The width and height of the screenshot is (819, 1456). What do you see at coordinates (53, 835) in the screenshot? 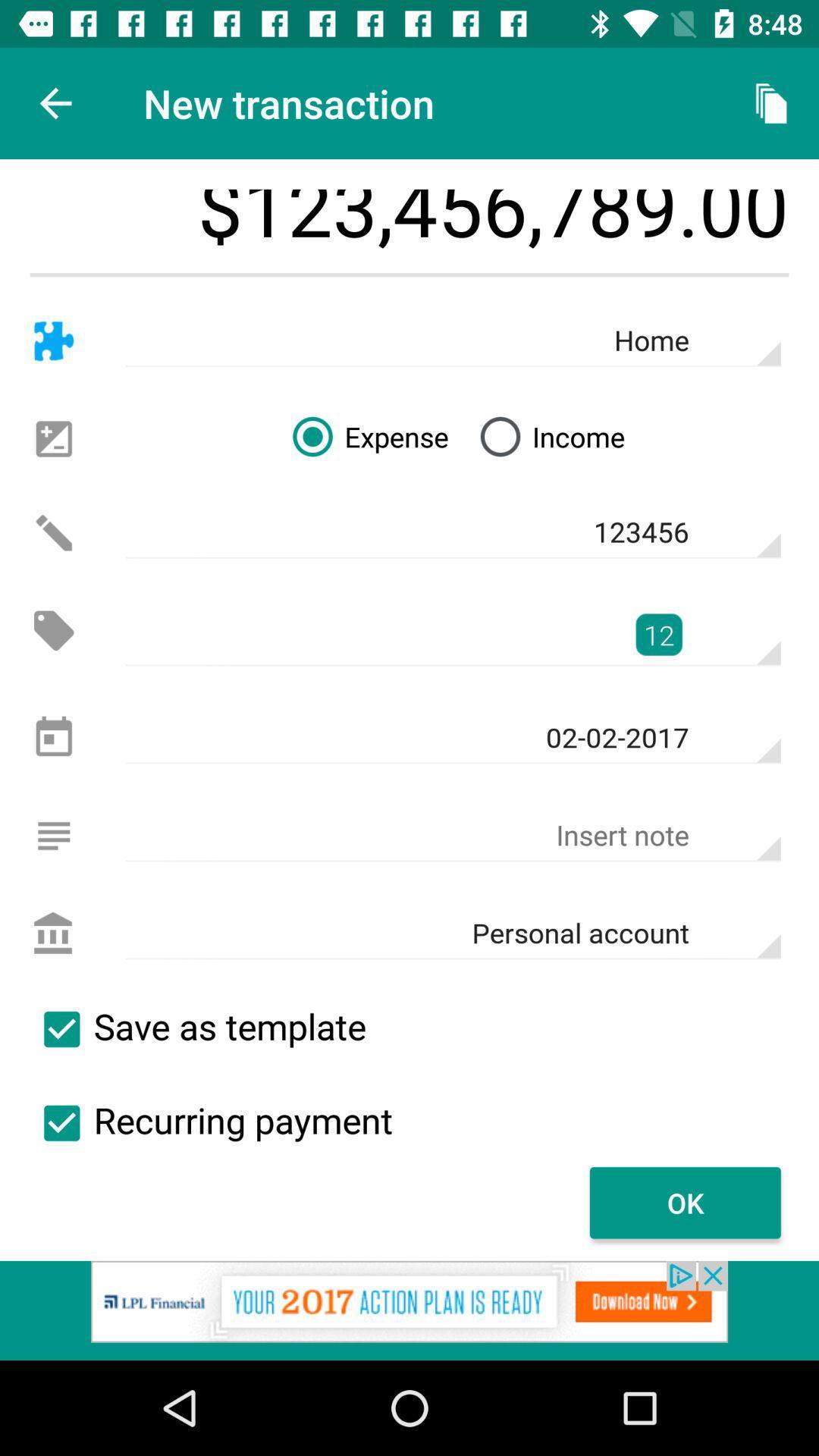
I see `insert note` at bounding box center [53, 835].